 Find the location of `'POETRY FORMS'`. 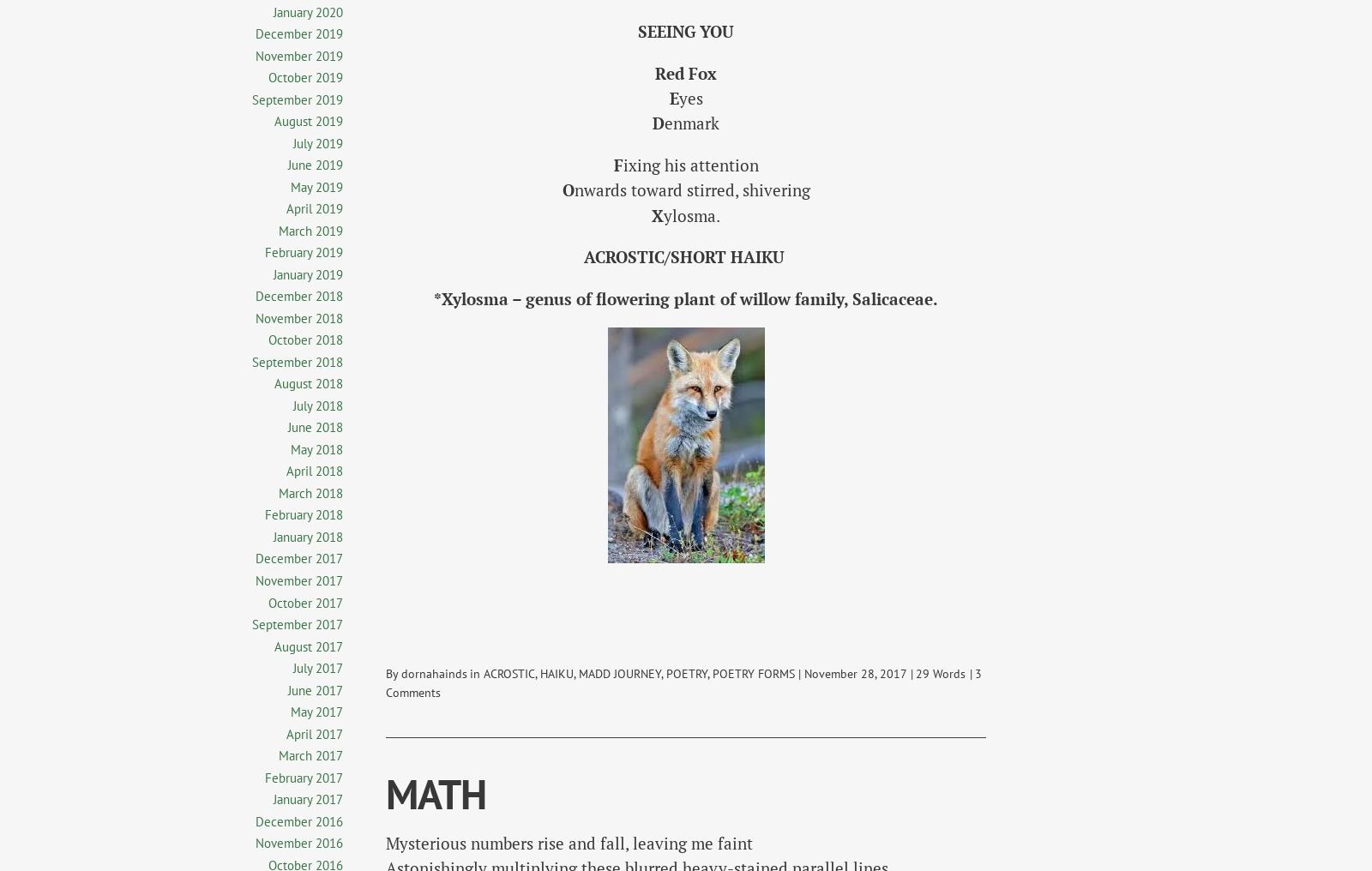

'POETRY FORMS' is located at coordinates (753, 671).